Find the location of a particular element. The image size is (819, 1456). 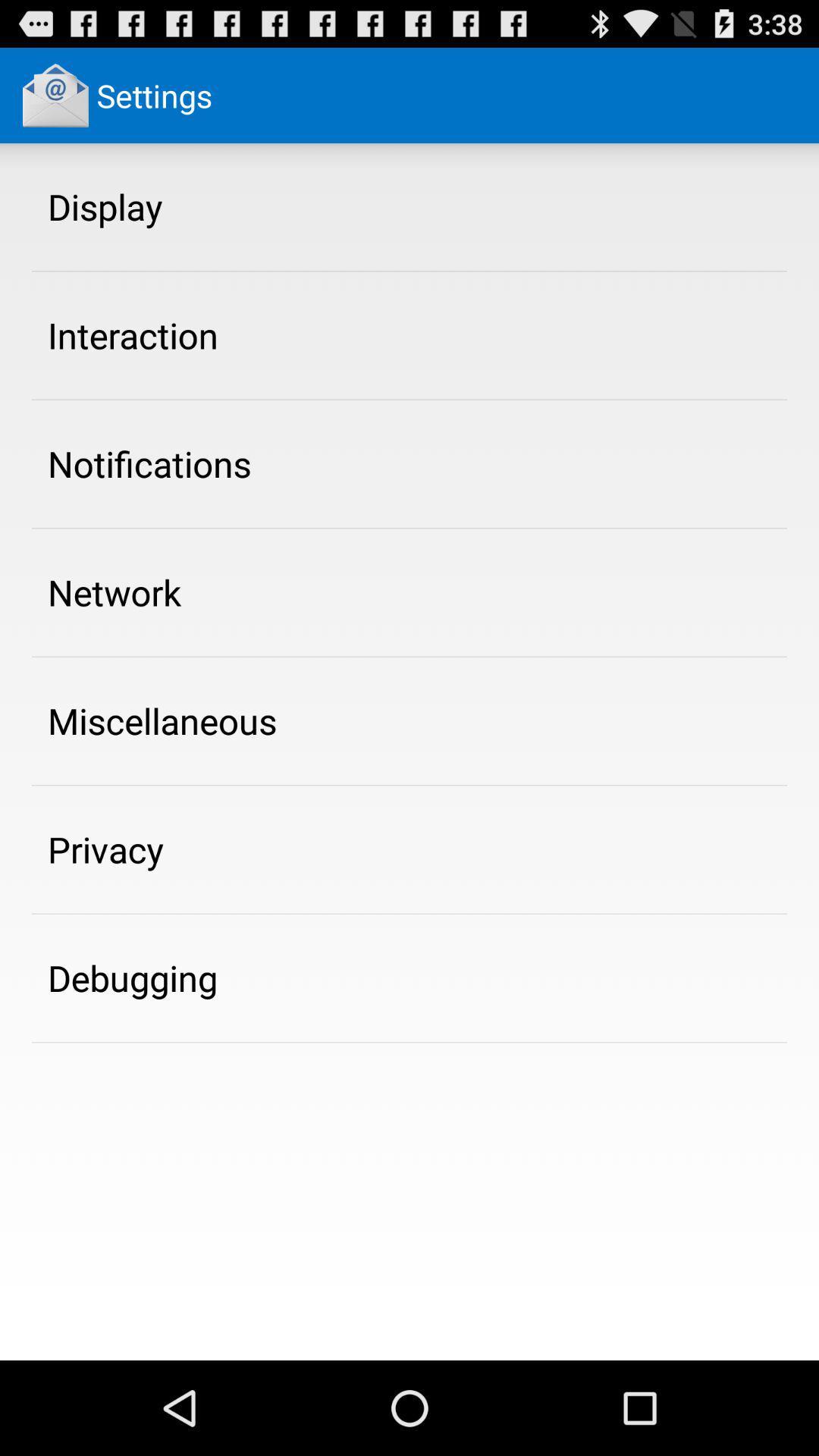

privacy app is located at coordinates (105, 849).